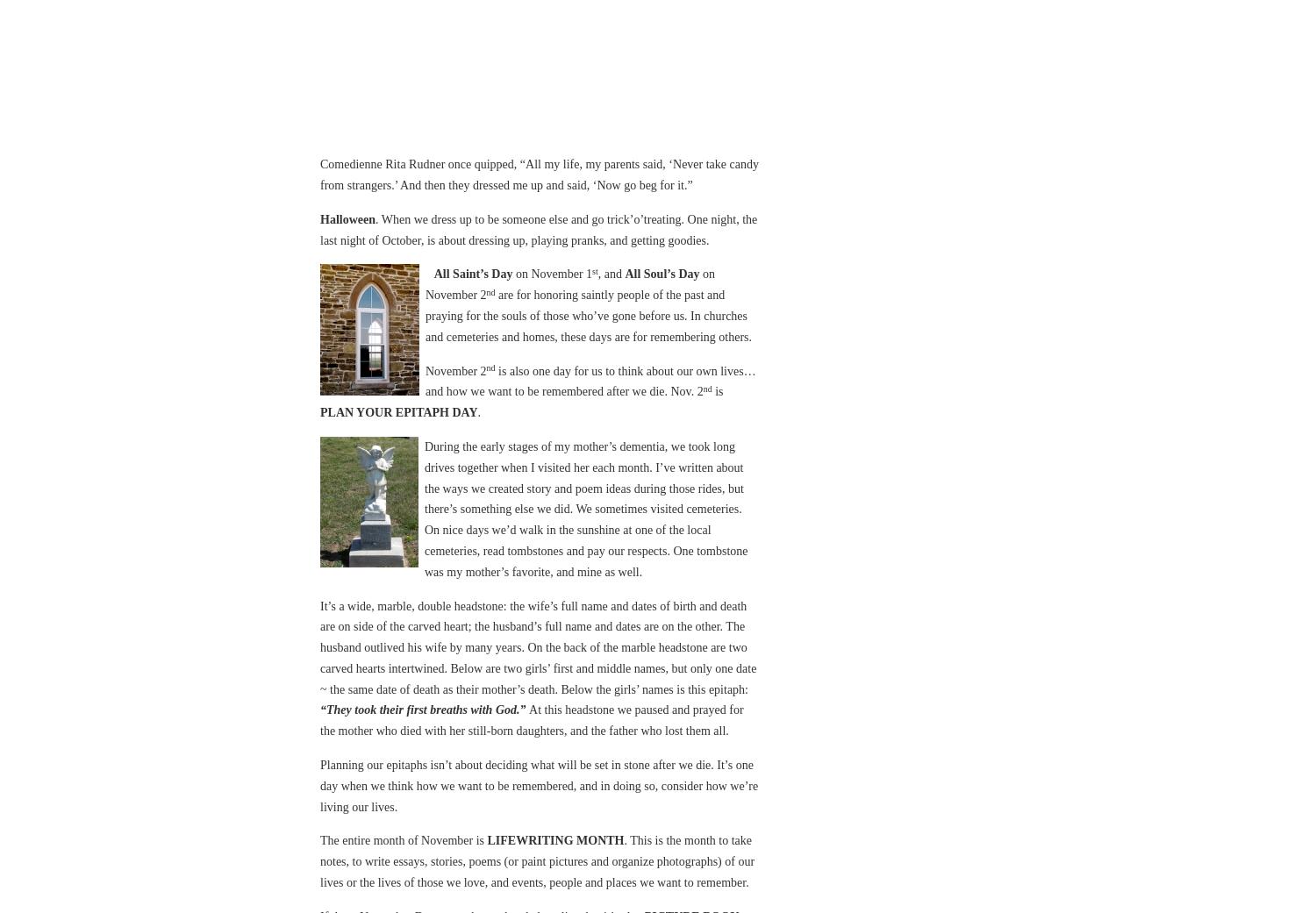  Describe the element at coordinates (555, 840) in the screenshot. I see `'LIFEWRITING MONTH'` at that location.